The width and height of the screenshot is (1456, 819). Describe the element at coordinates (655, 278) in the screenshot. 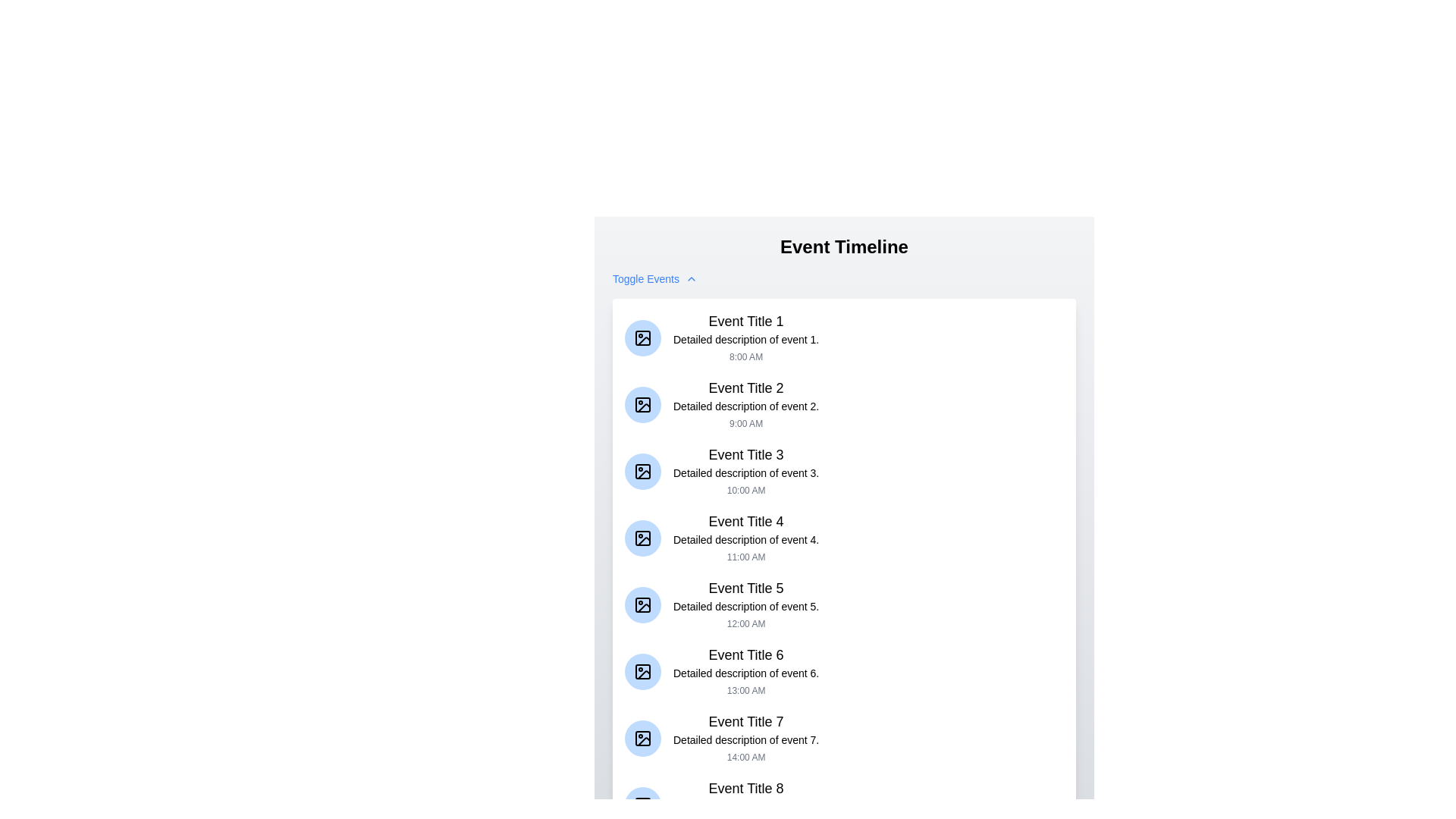

I see `the 'Toggle Events' button to toggle the visibility of the event list` at that location.